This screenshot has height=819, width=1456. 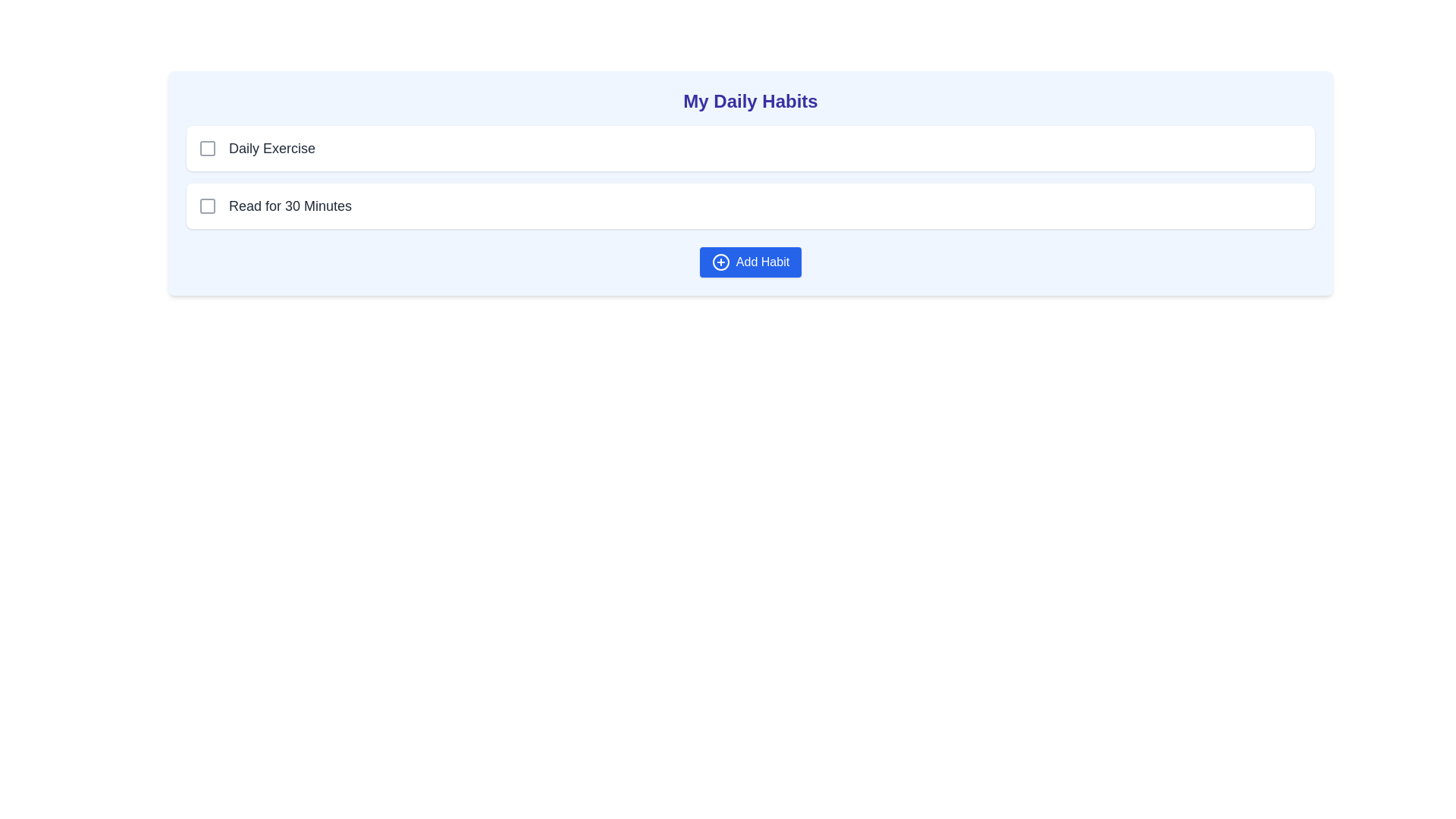 I want to click on the small rounded square SVG element located to the left of the 'Read for 30 Minutes' text in the 'My Daily Habits' section, so click(x=206, y=206).